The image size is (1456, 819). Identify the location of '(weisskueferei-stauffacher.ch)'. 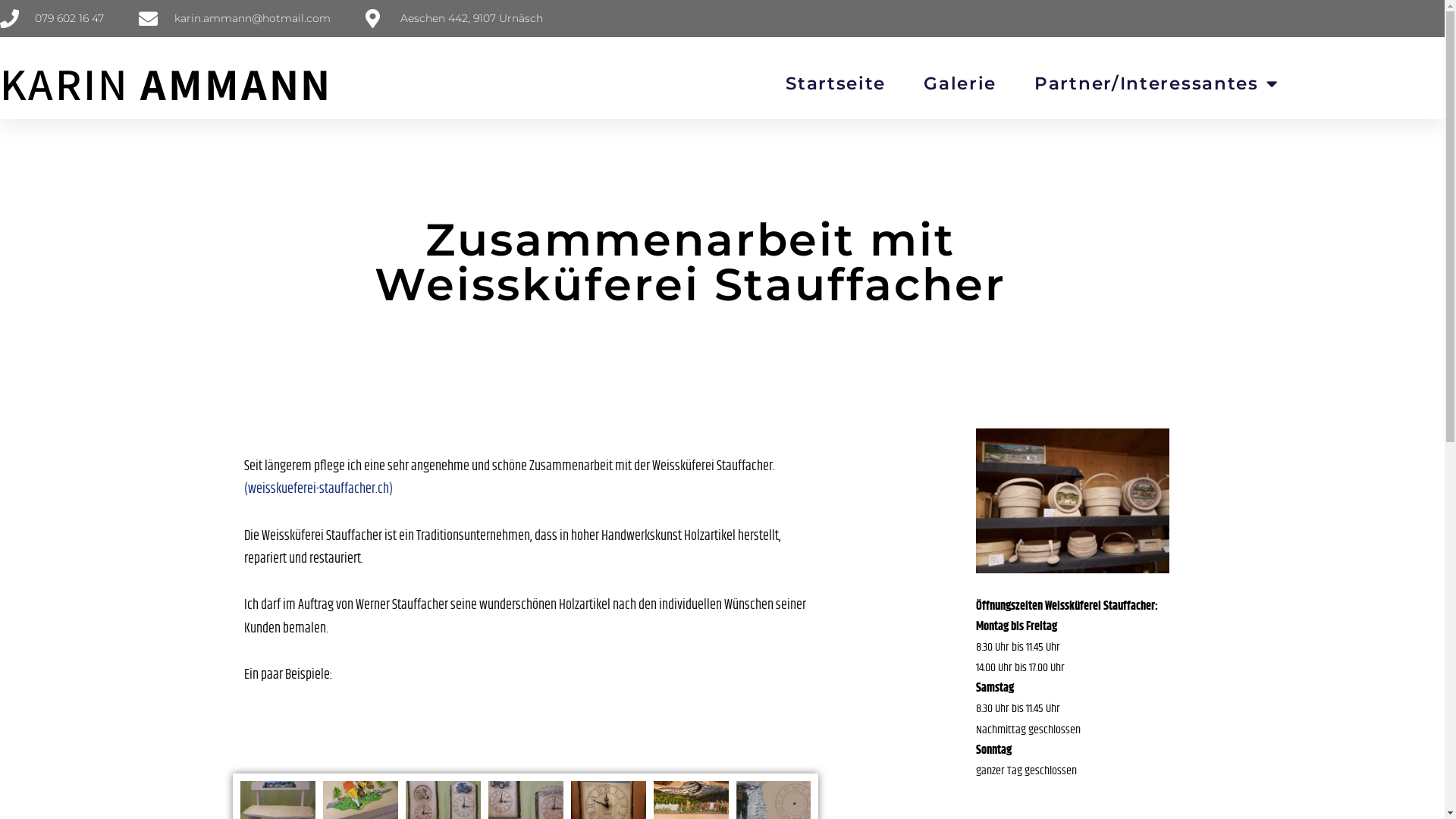
(318, 488).